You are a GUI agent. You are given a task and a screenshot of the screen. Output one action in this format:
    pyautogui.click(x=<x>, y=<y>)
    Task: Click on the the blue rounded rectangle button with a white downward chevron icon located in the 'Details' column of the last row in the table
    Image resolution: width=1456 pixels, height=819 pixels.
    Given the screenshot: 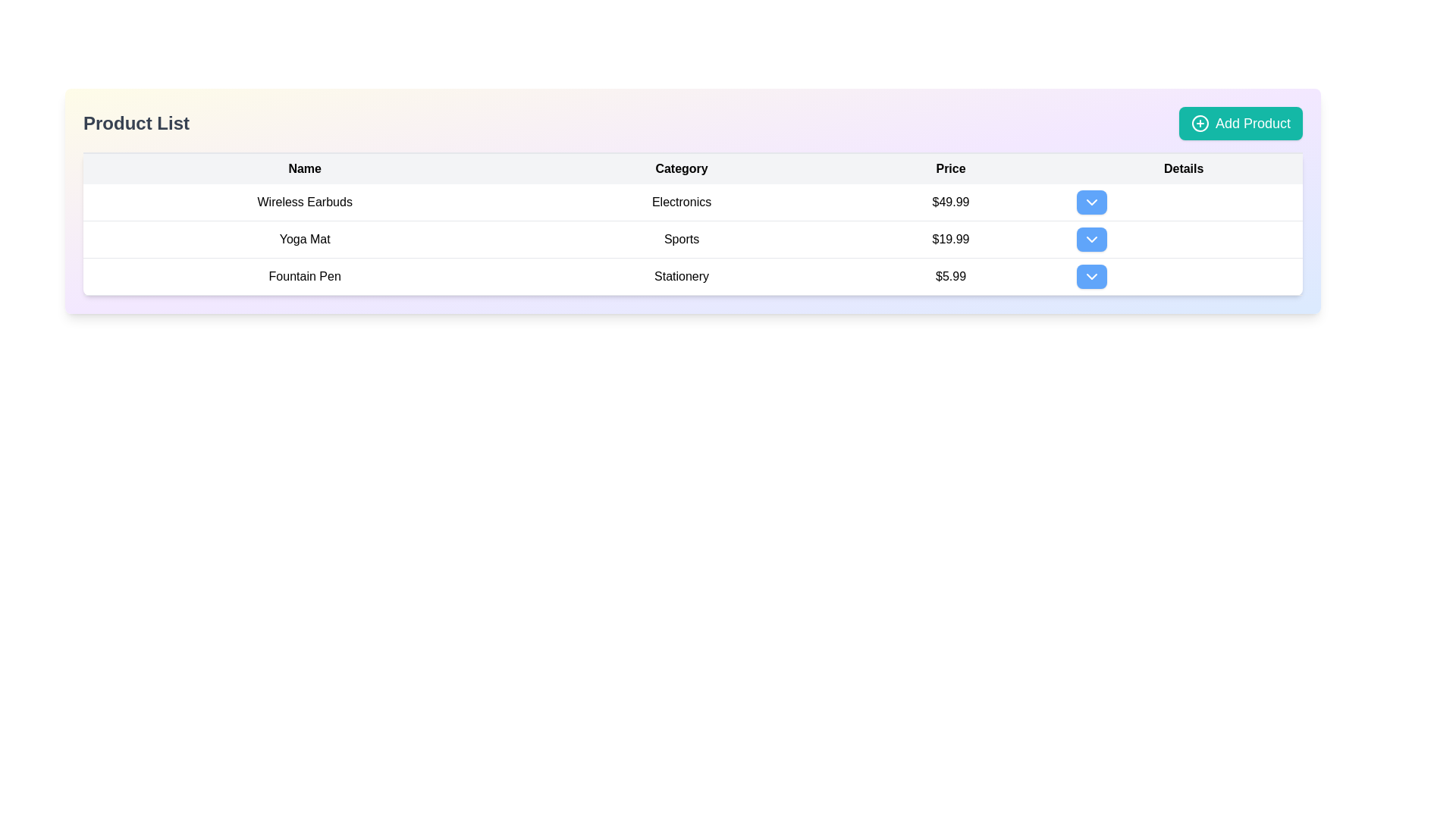 What is the action you would take?
    pyautogui.click(x=1092, y=277)
    